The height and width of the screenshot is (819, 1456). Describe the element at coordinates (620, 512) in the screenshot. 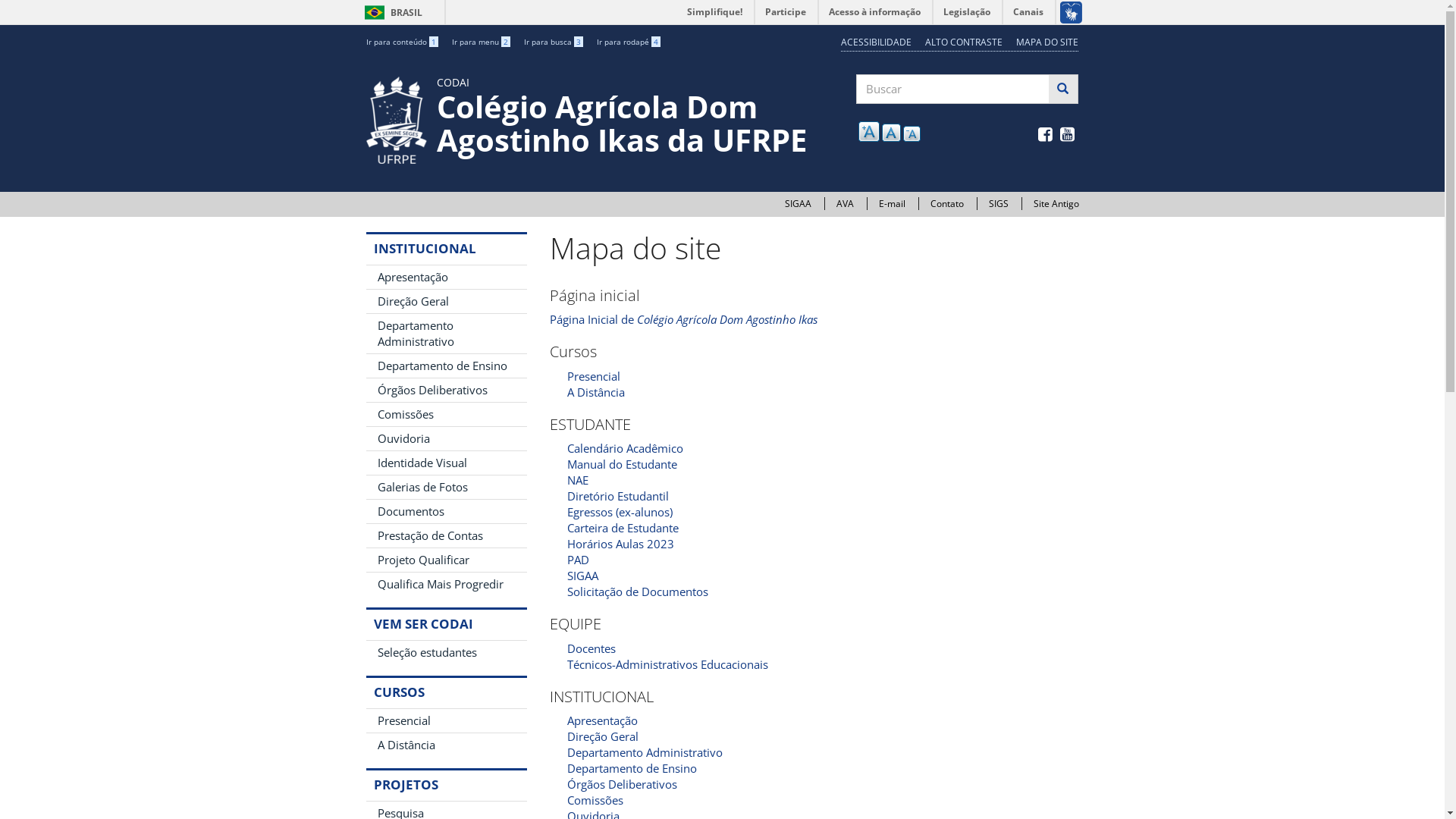

I see `'Egressos (ex-alunos)'` at that location.